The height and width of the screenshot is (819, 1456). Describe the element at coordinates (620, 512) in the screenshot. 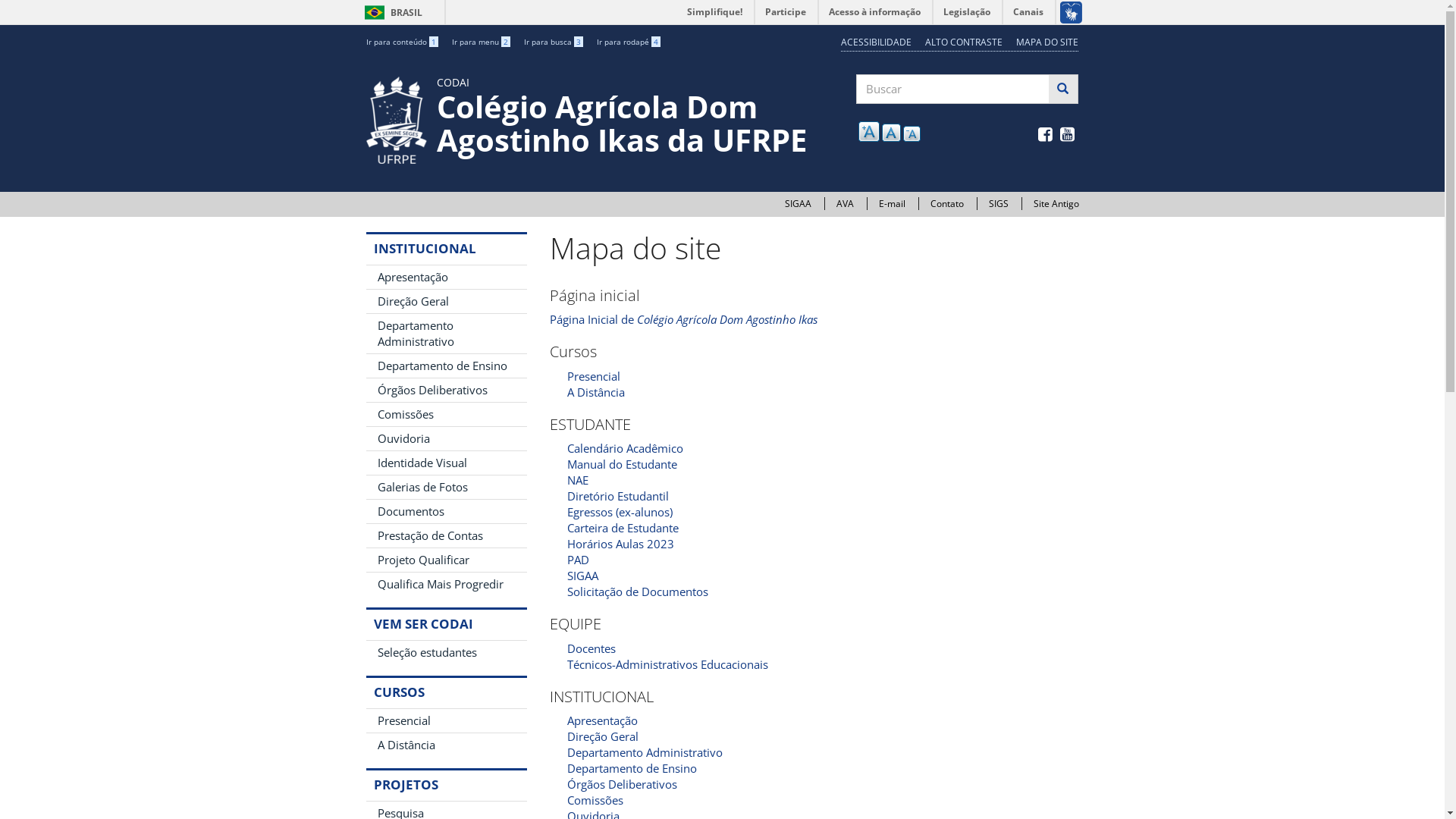

I see `'Egressos (ex-alunos)'` at that location.